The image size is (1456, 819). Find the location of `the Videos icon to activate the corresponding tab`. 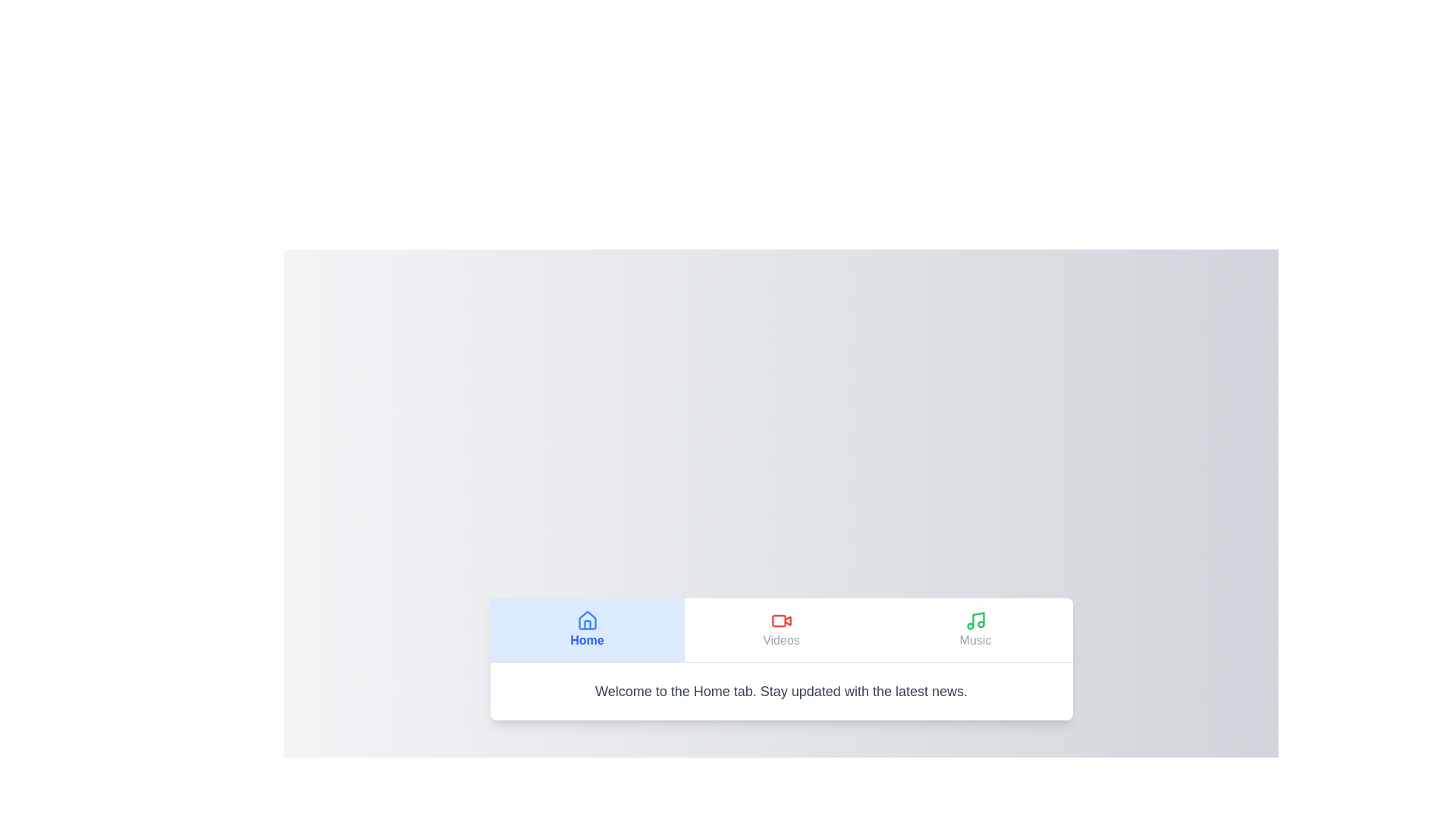

the Videos icon to activate the corresponding tab is located at coordinates (781, 620).